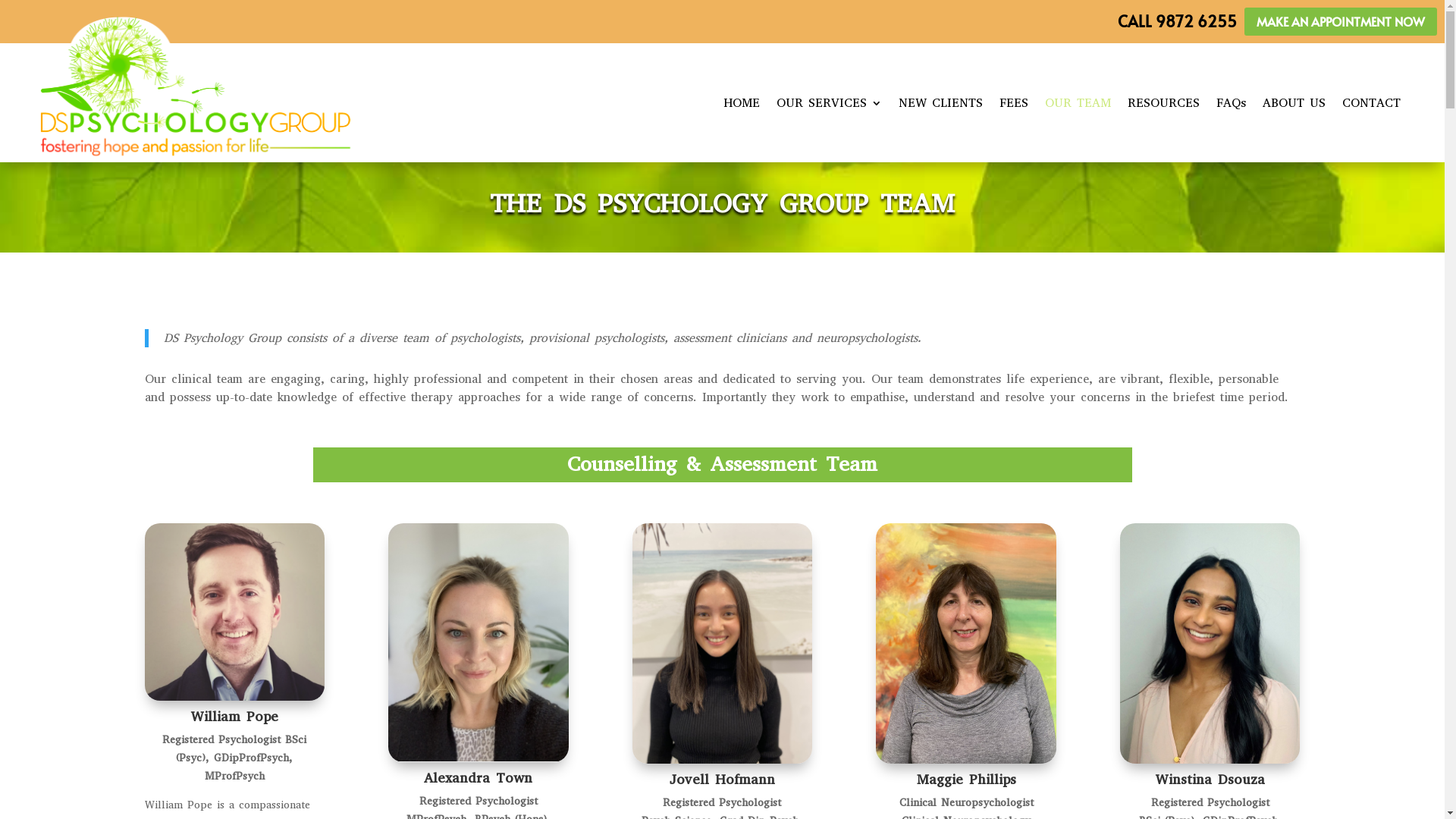 Image resolution: width=1456 pixels, height=819 pixels. What do you see at coordinates (1340, 21) in the screenshot?
I see `'MAKE AN APPOINTMENT NOW'` at bounding box center [1340, 21].